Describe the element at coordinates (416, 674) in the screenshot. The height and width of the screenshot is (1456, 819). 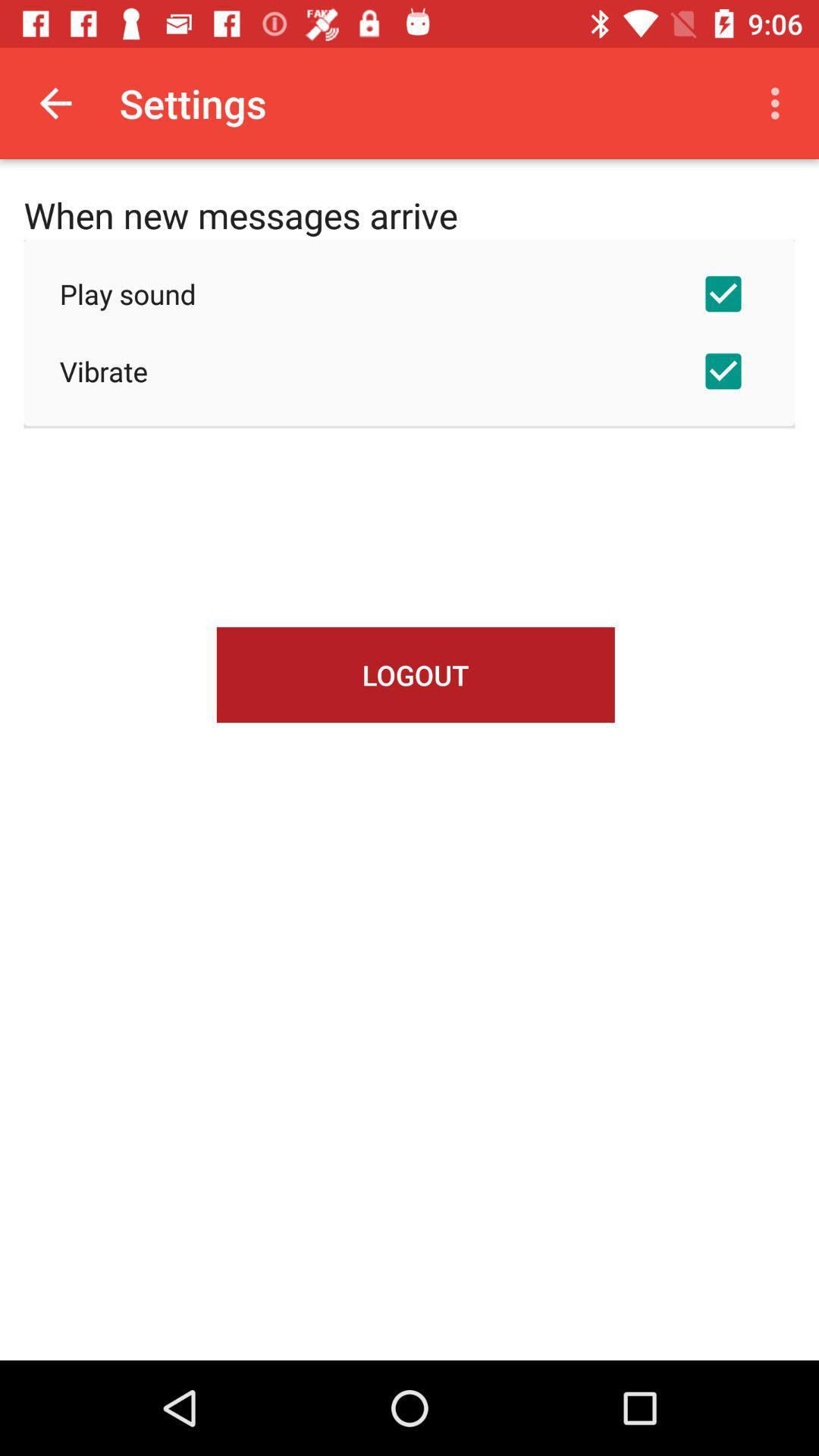
I see `the logout` at that location.